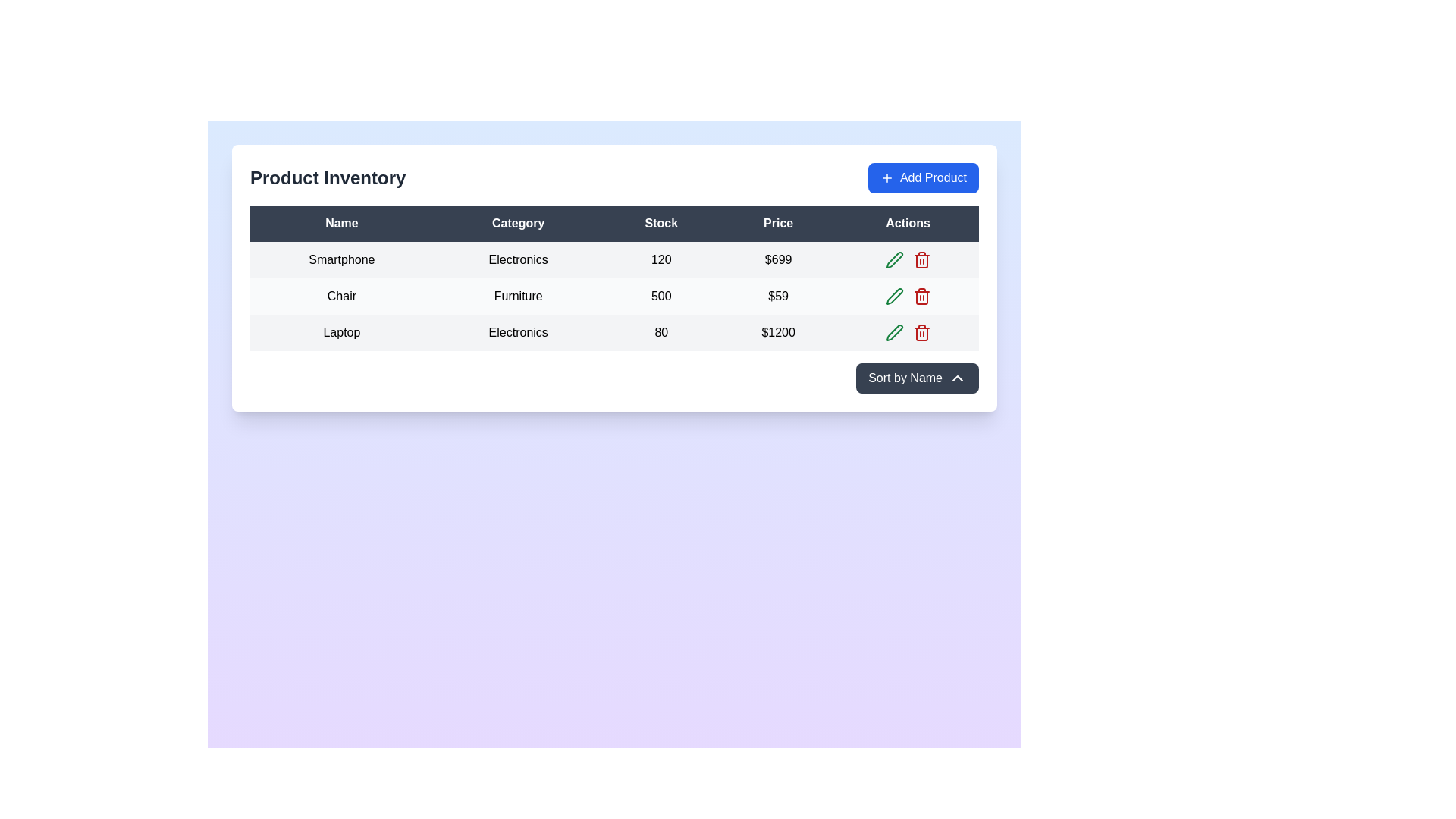 This screenshot has height=819, width=1456. What do you see at coordinates (661, 332) in the screenshot?
I see `the table cell that displays the number '80' in bold black font, located in the third row and third column of the table associated with 'Laptop'` at bounding box center [661, 332].